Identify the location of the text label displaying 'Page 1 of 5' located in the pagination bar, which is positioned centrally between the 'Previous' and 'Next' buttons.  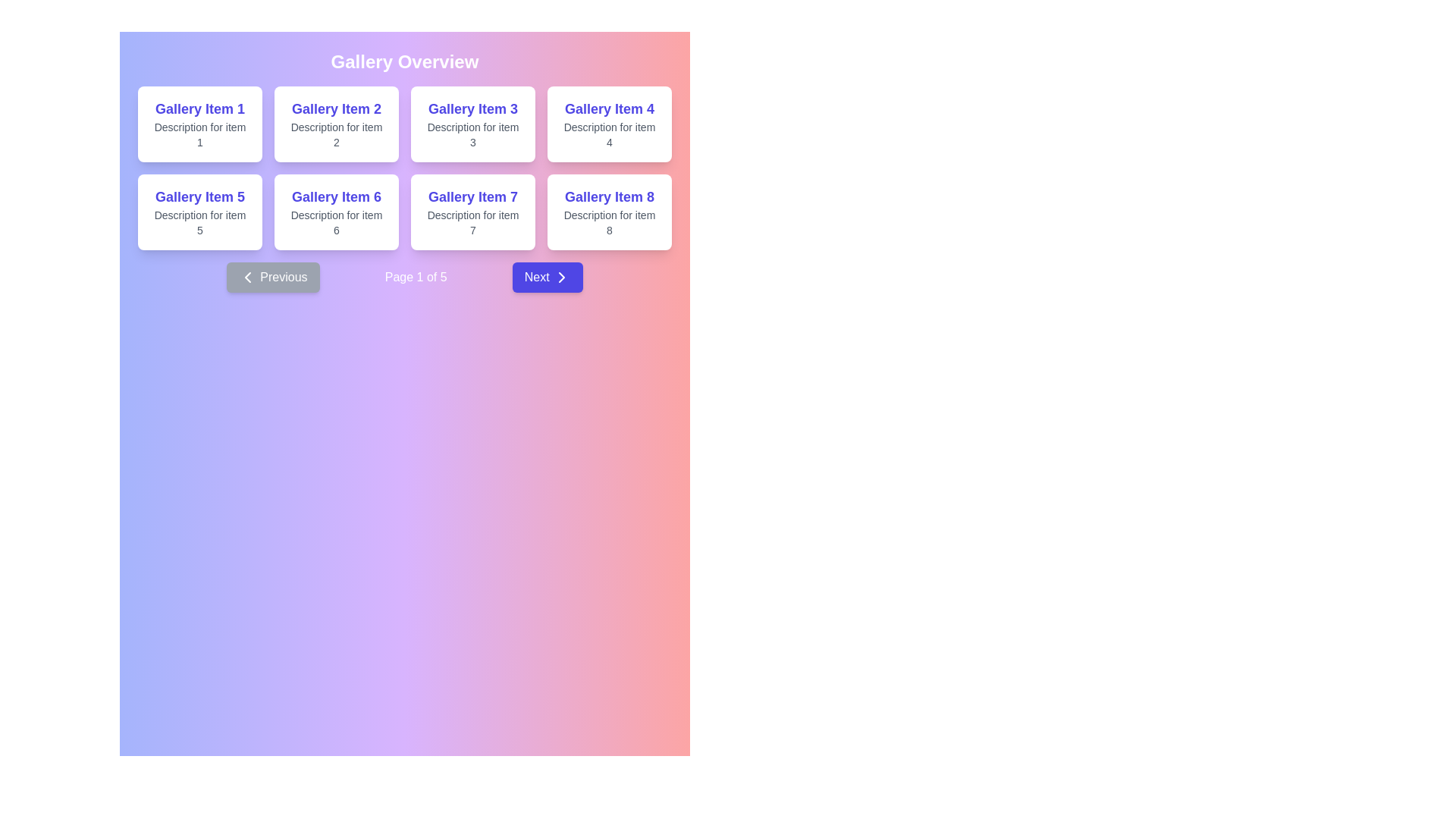
(416, 278).